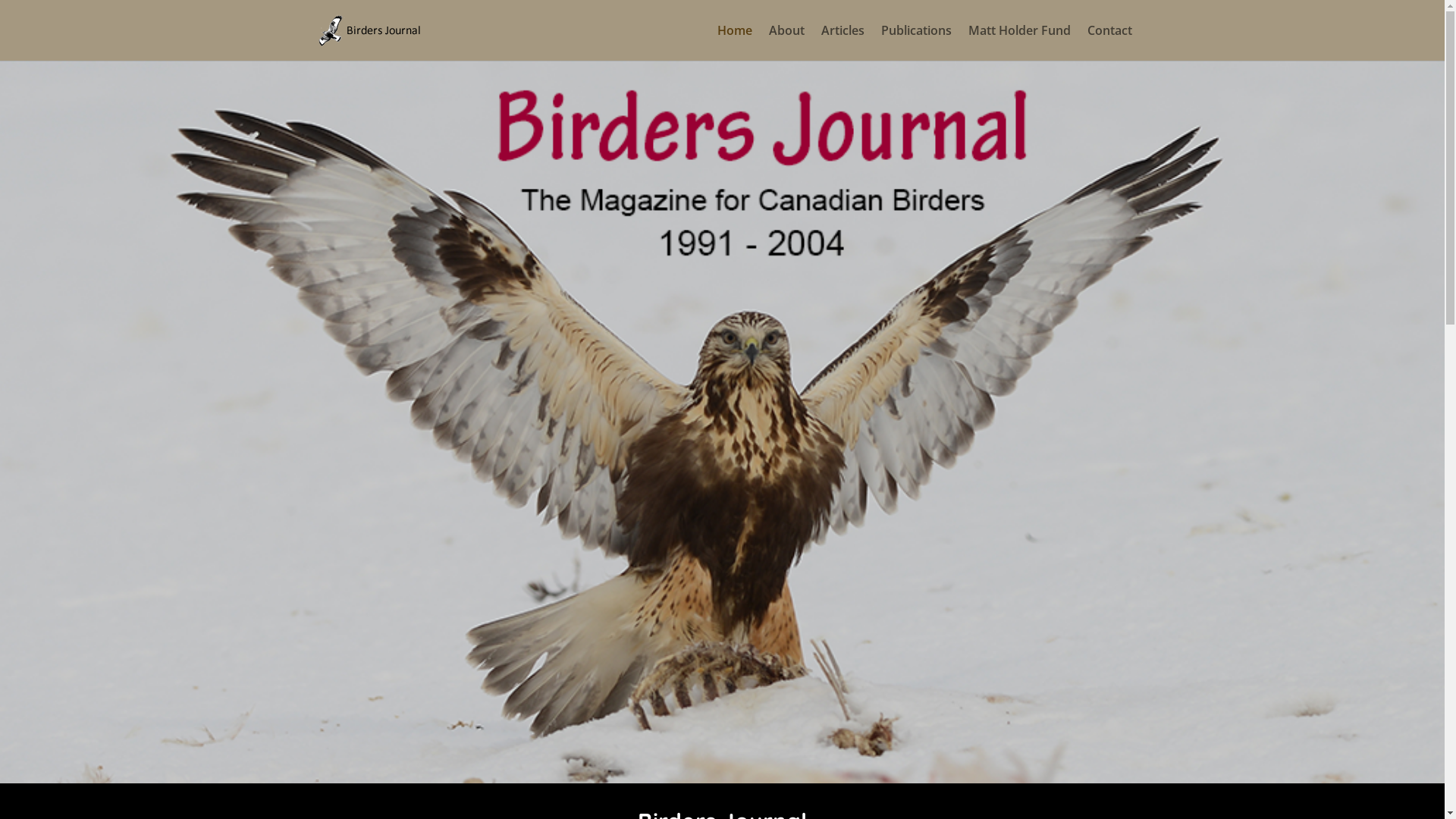  What do you see at coordinates (915, 42) in the screenshot?
I see `'Publications'` at bounding box center [915, 42].